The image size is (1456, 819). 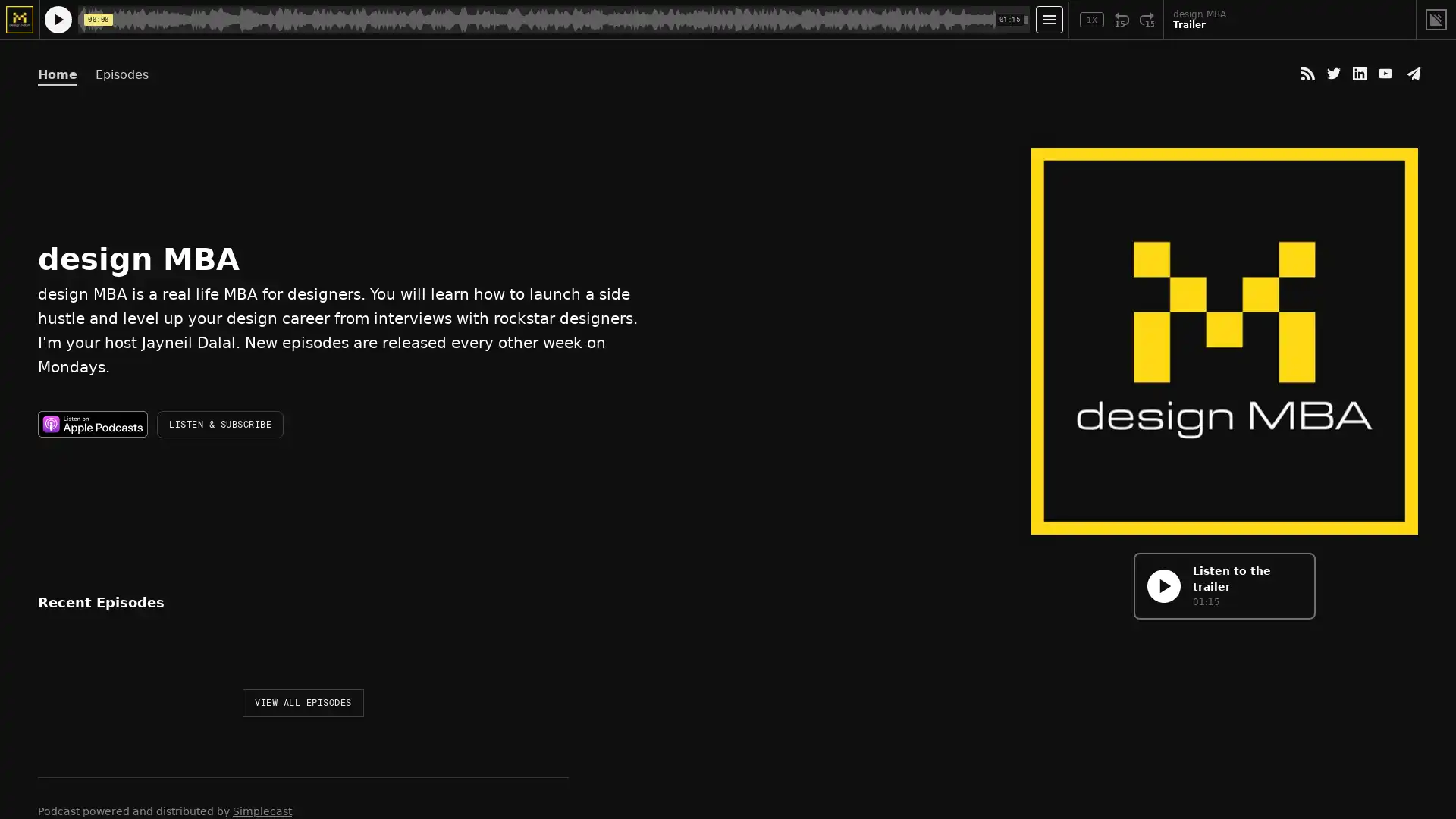 I want to click on Rewind 15 Seconds, so click(x=1122, y=20).